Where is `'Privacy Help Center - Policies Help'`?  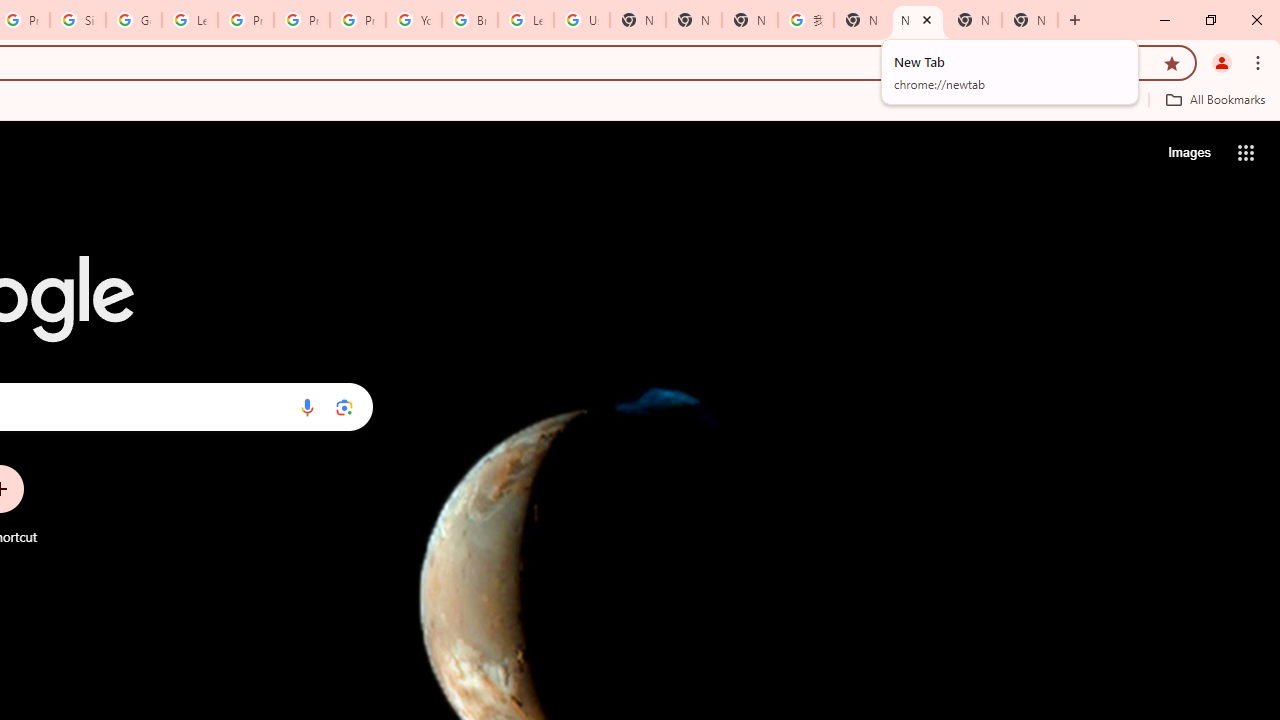
'Privacy Help Center - Policies Help' is located at coordinates (301, 20).